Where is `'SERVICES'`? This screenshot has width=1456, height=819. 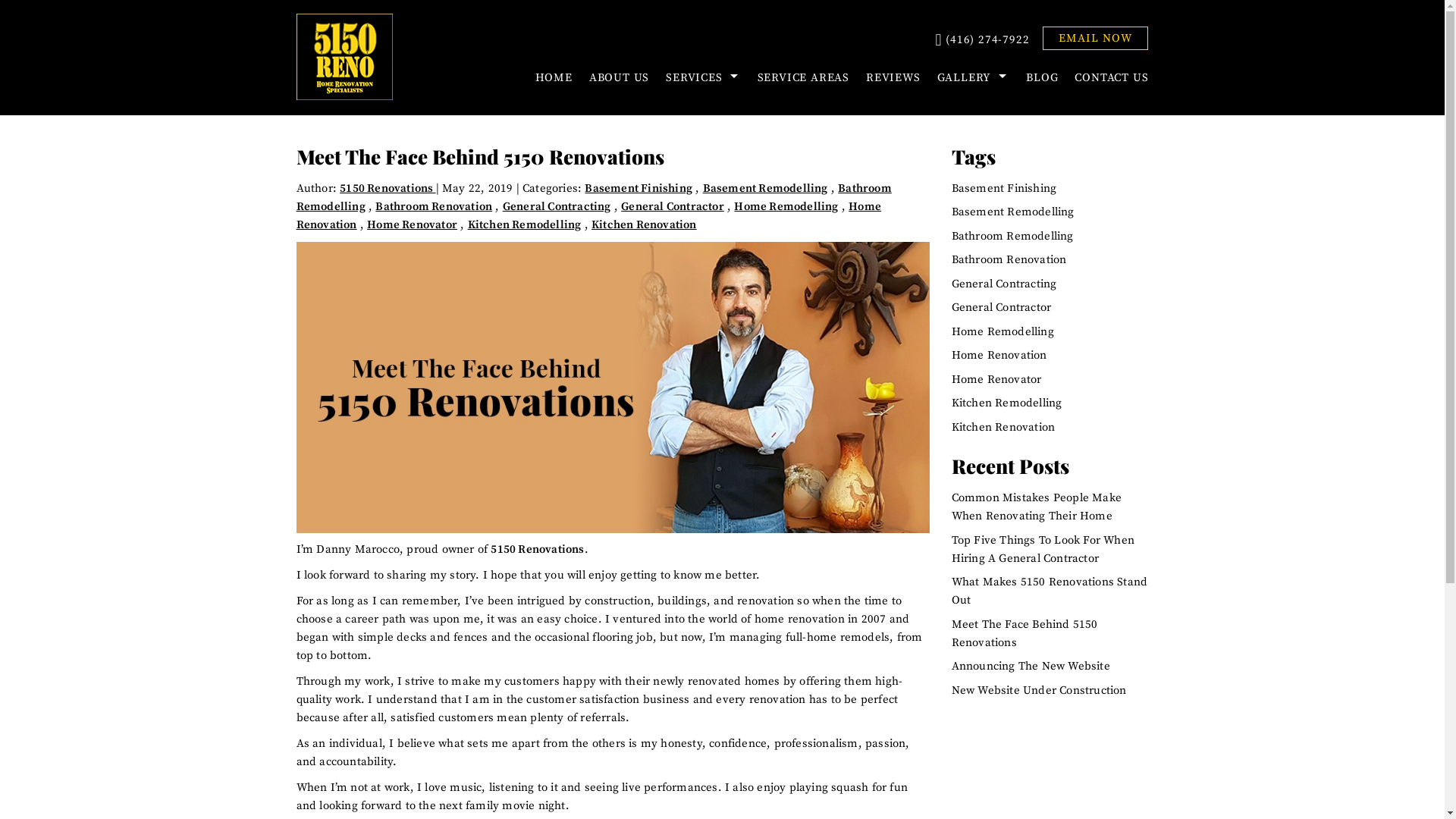 'SERVICES' is located at coordinates (657, 77).